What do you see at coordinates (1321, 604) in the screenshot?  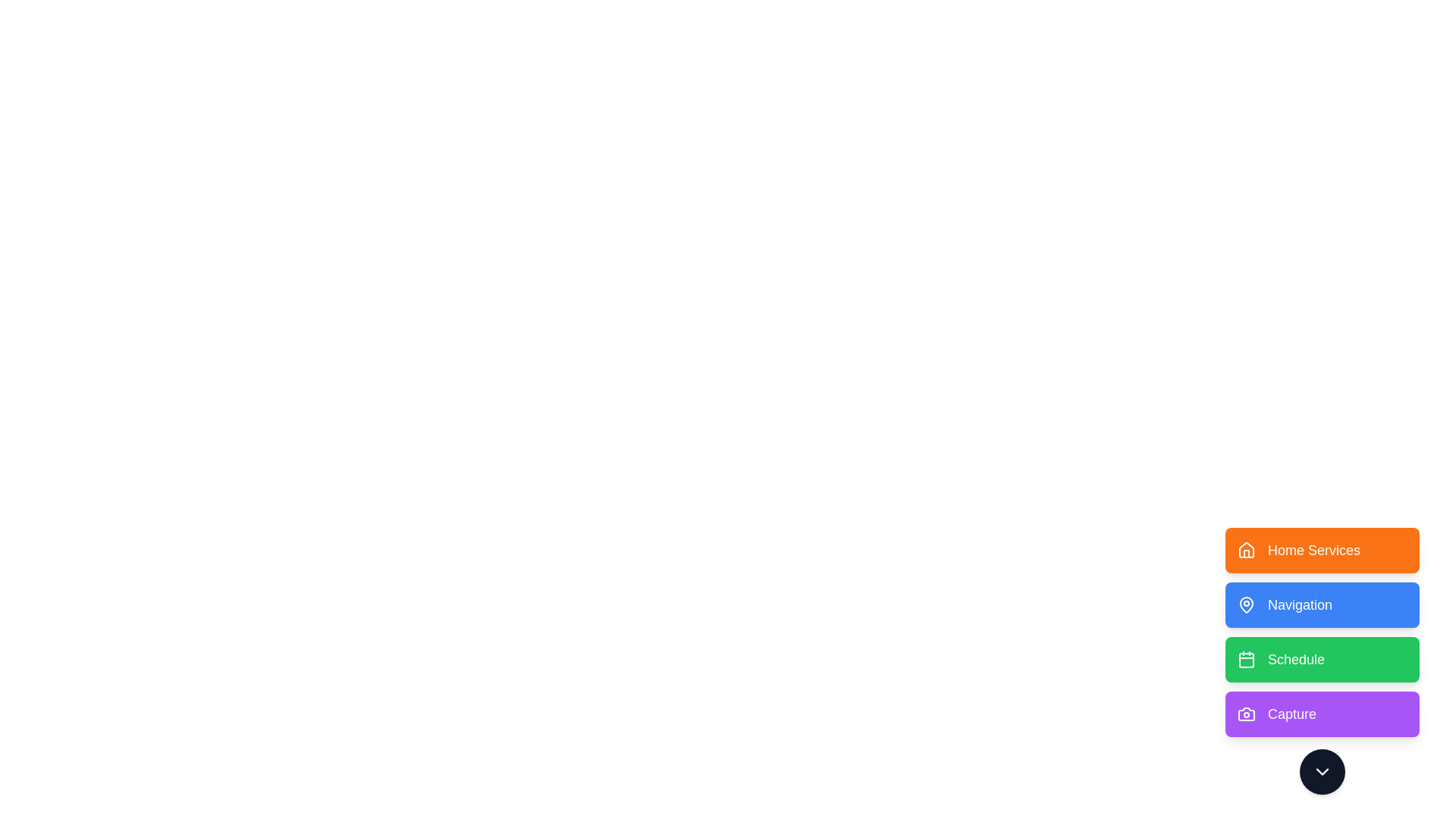 I see `the 'Navigation' button` at bounding box center [1321, 604].